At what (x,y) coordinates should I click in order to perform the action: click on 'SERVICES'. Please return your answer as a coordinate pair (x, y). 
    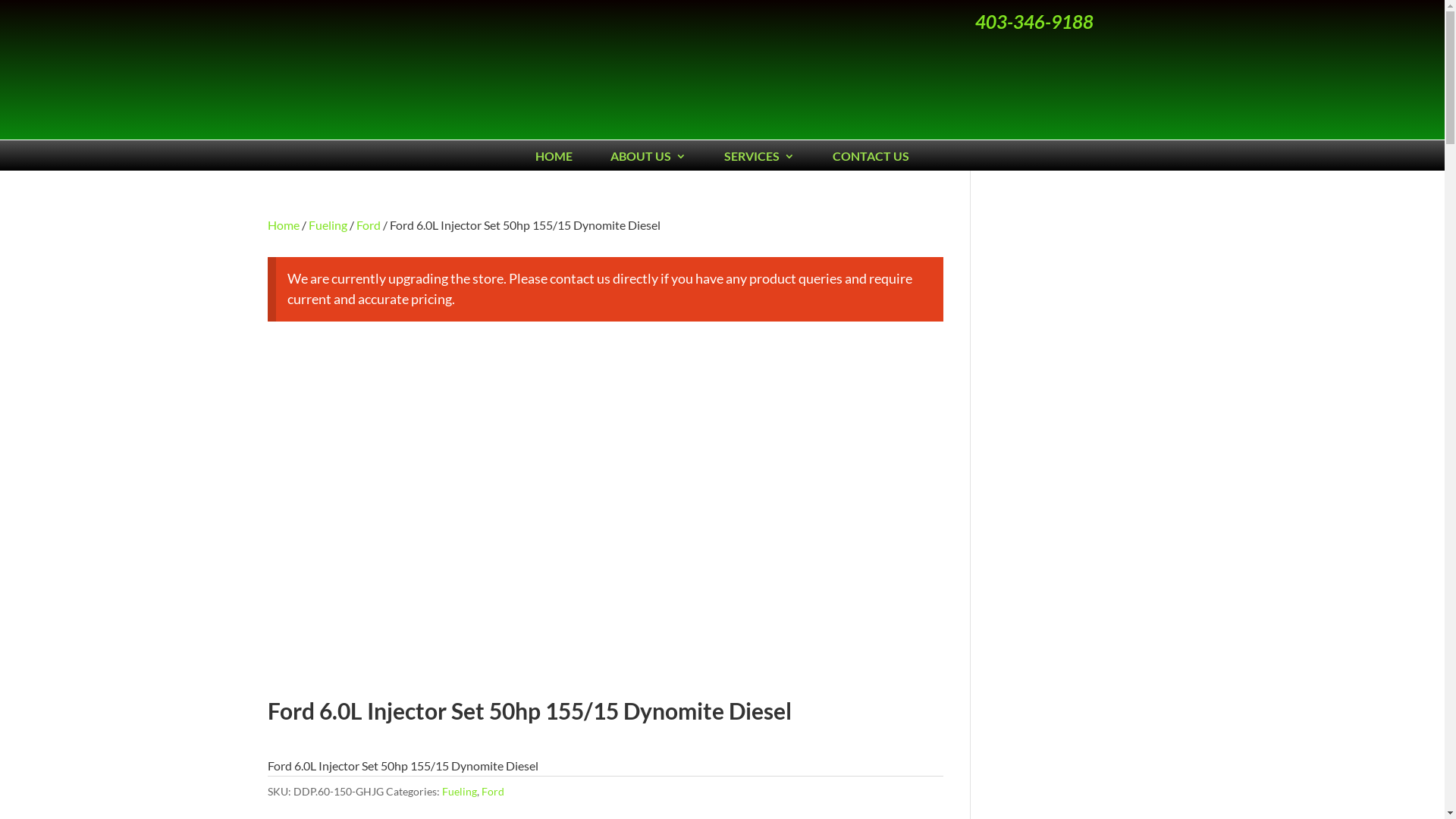
    Looking at the image, I should click on (759, 158).